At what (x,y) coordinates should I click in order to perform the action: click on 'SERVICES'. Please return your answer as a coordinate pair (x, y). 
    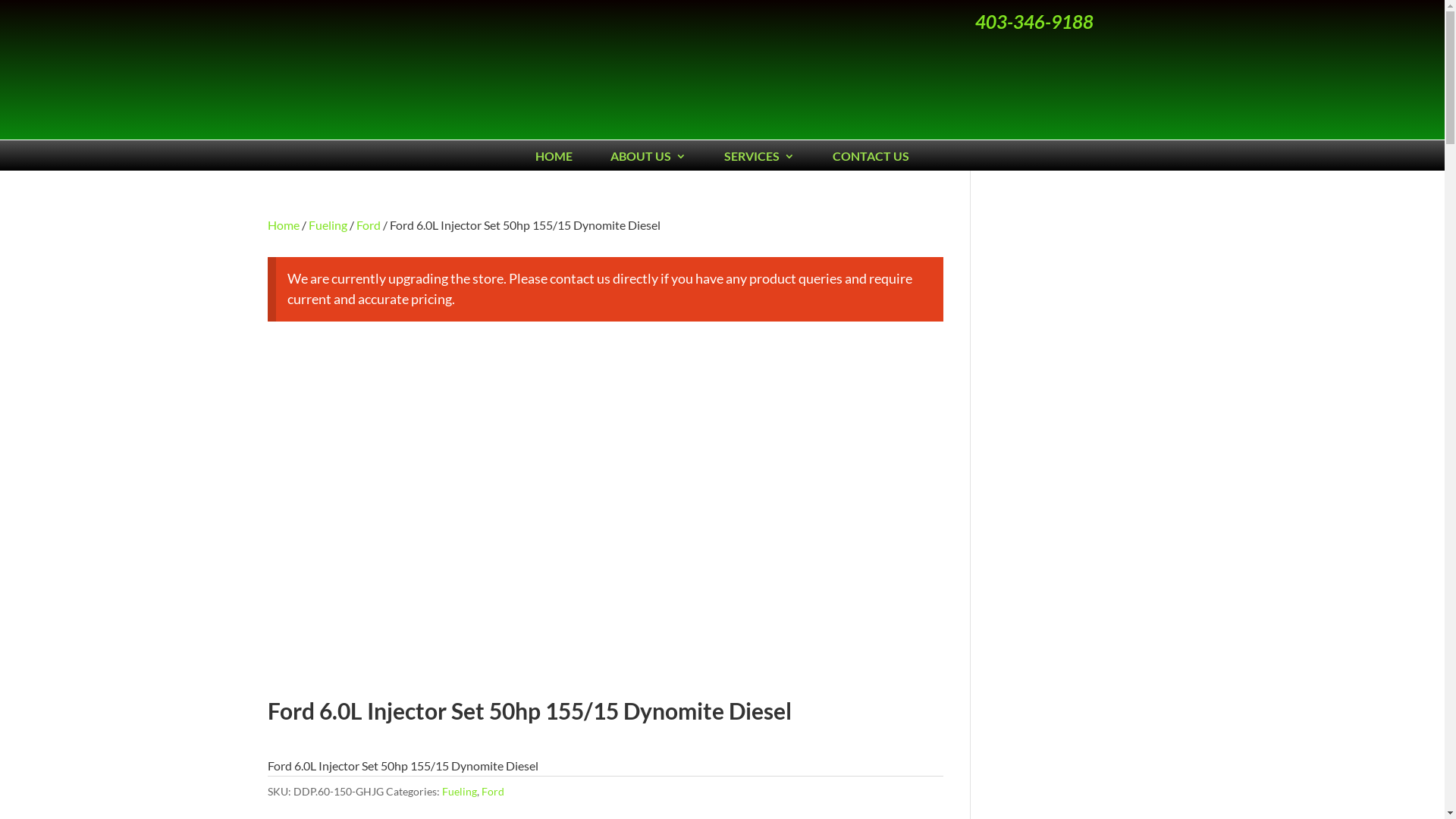
    Looking at the image, I should click on (759, 158).